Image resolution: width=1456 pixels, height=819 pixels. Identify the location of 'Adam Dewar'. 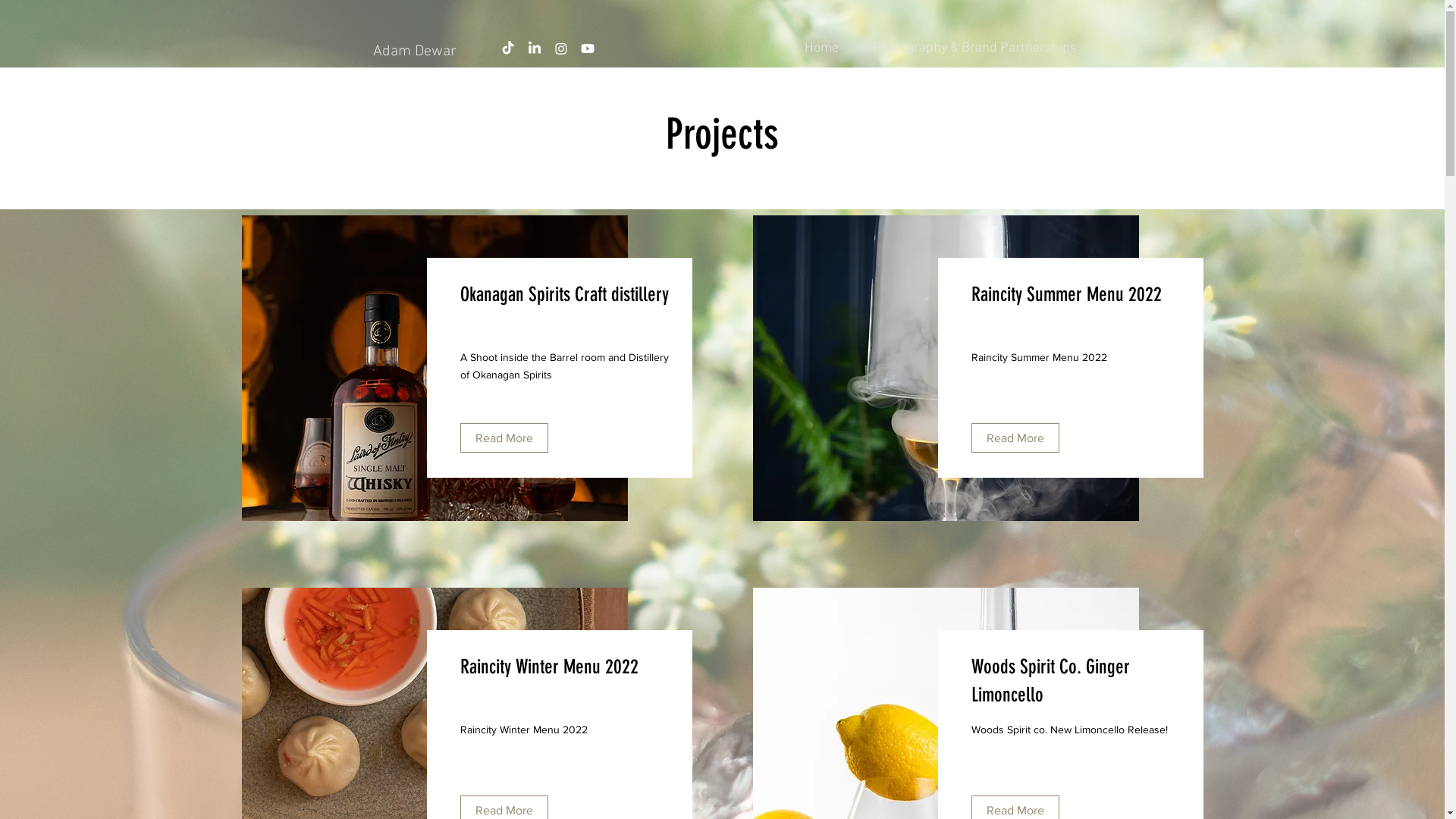
(414, 51).